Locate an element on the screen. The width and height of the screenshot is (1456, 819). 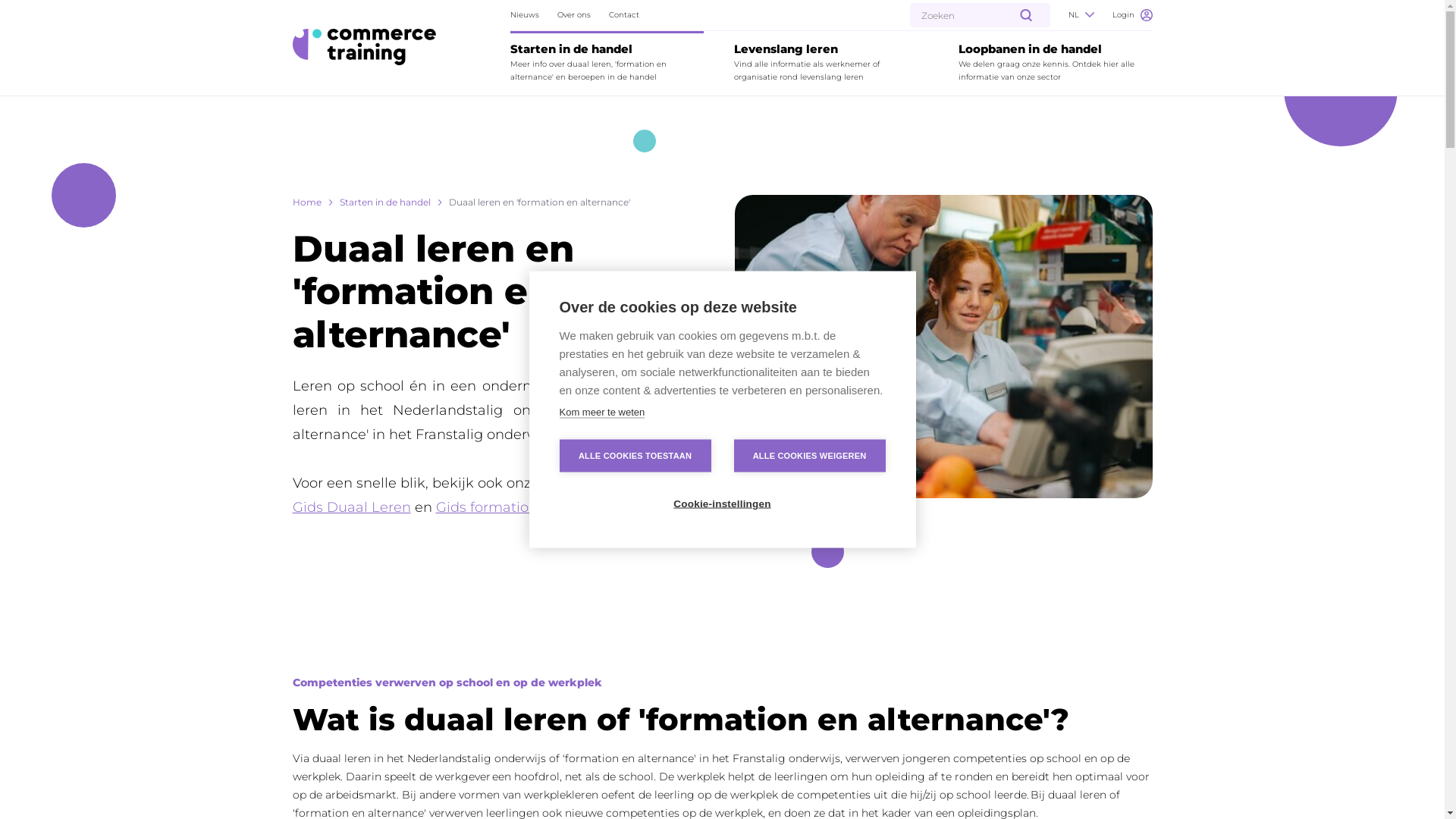
'Cookie-instellingen' is located at coordinates (720, 503).